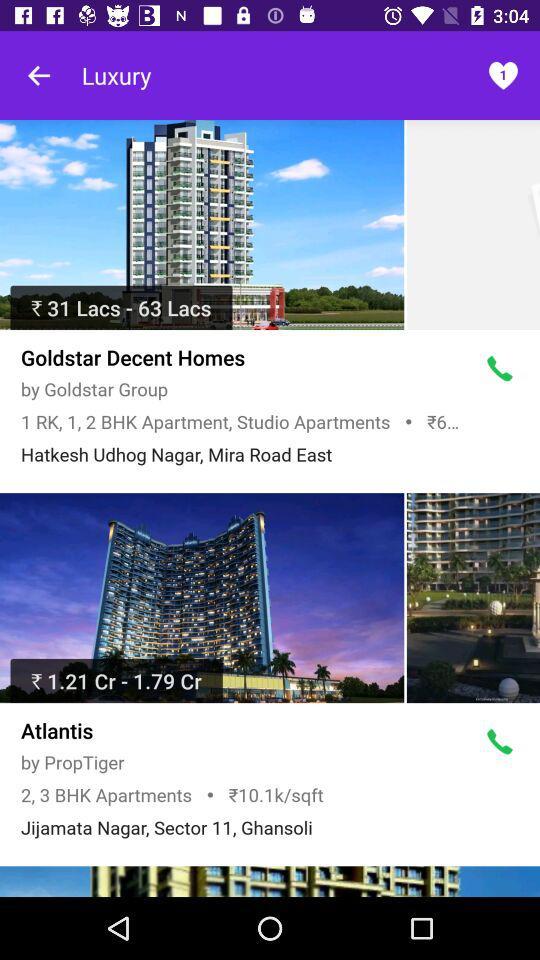 This screenshot has width=540, height=960. I want to click on the text luxury on page, so click(117, 76).